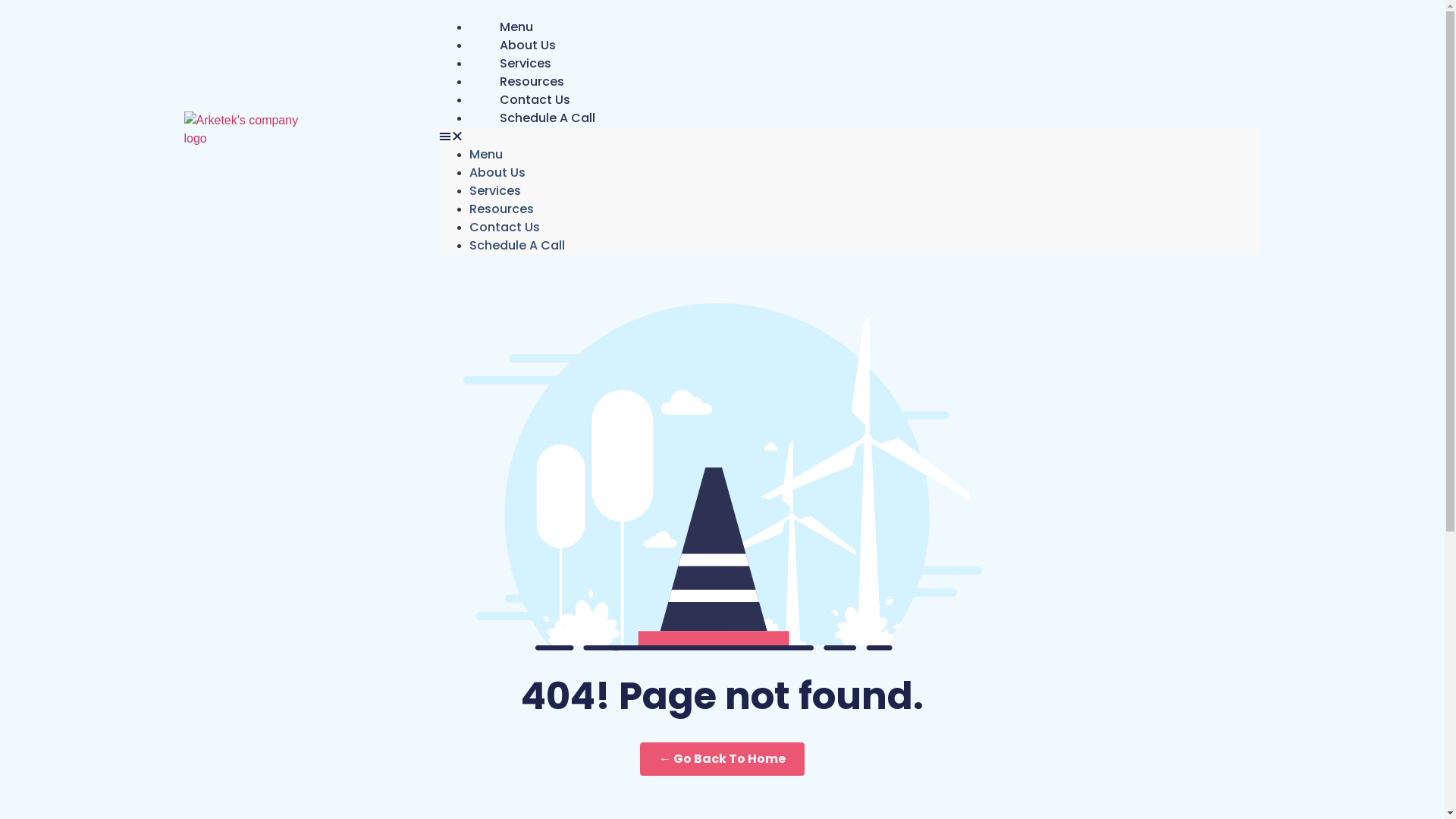 The width and height of the screenshot is (1456, 819). Describe the element at coordinates (528, 44) in the screenshot. I see `'About Us'` at that location.